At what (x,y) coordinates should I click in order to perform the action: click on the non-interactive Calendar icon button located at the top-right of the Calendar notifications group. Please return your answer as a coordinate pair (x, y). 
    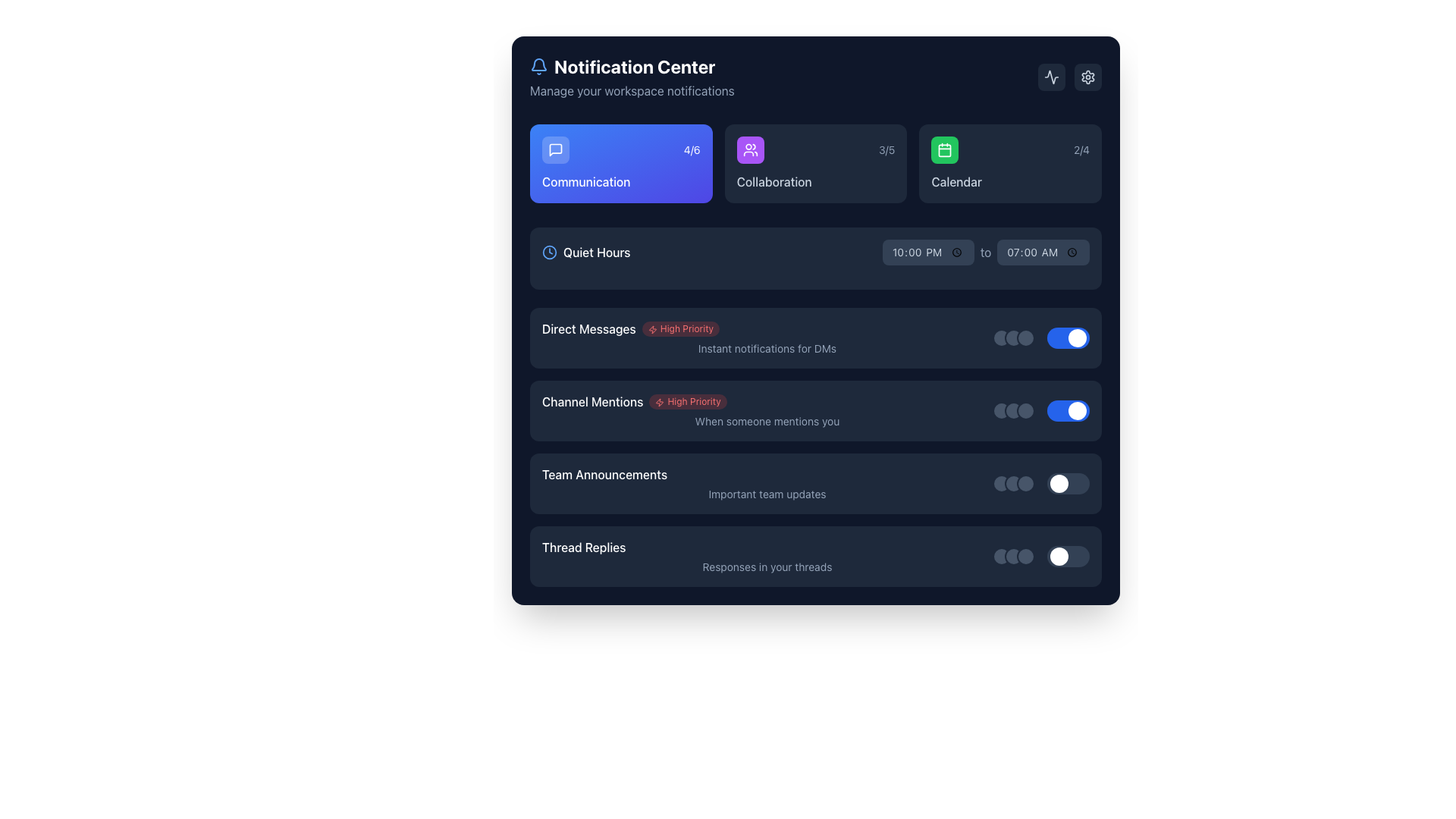
    Looking at the image, I should click on (944, 149).